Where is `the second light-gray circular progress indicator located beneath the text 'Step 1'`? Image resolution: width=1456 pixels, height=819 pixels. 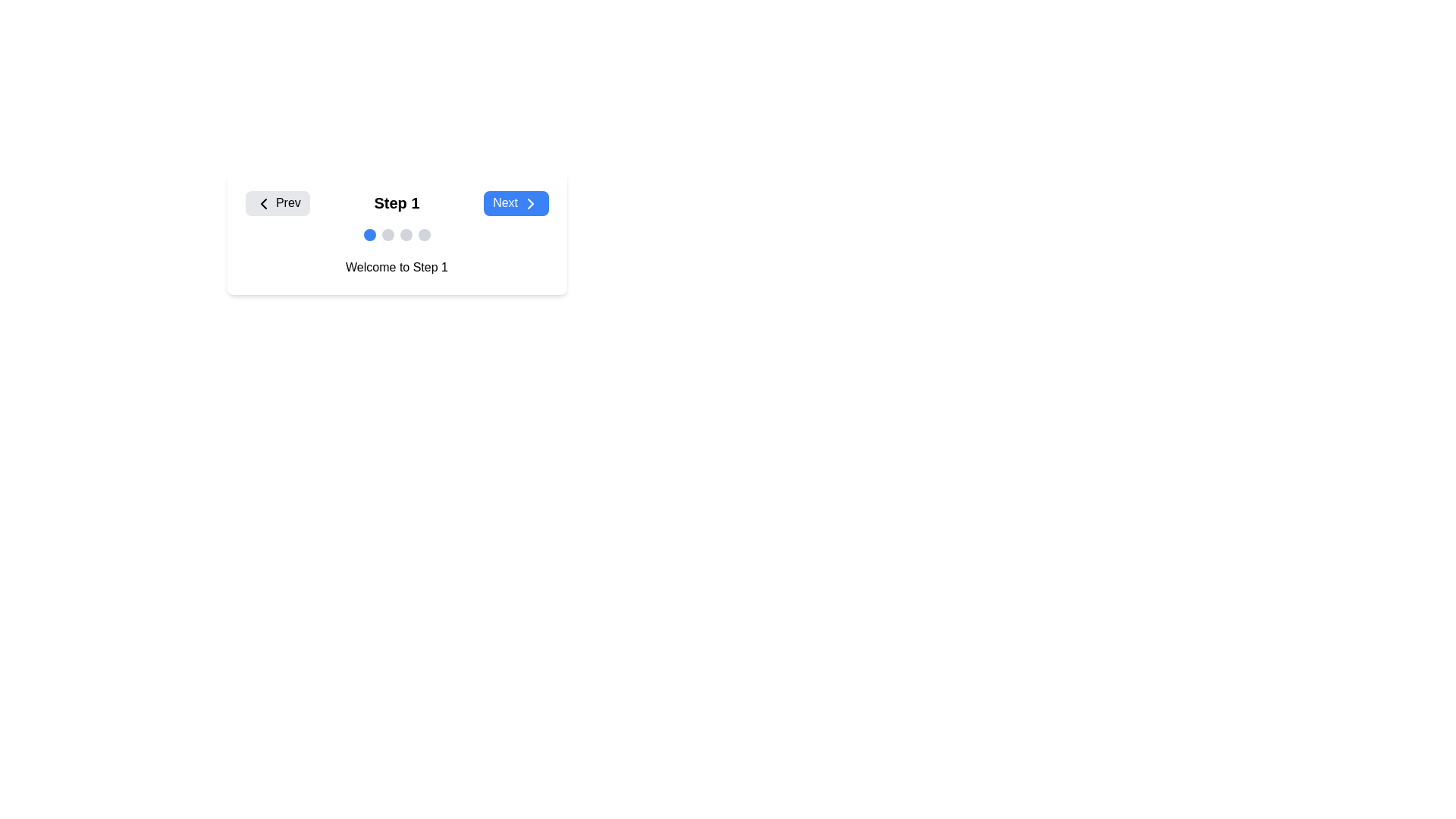
the second light-gray circular progress indicator located beneath the text 'Step 1' is located at coordinates (388, 234).